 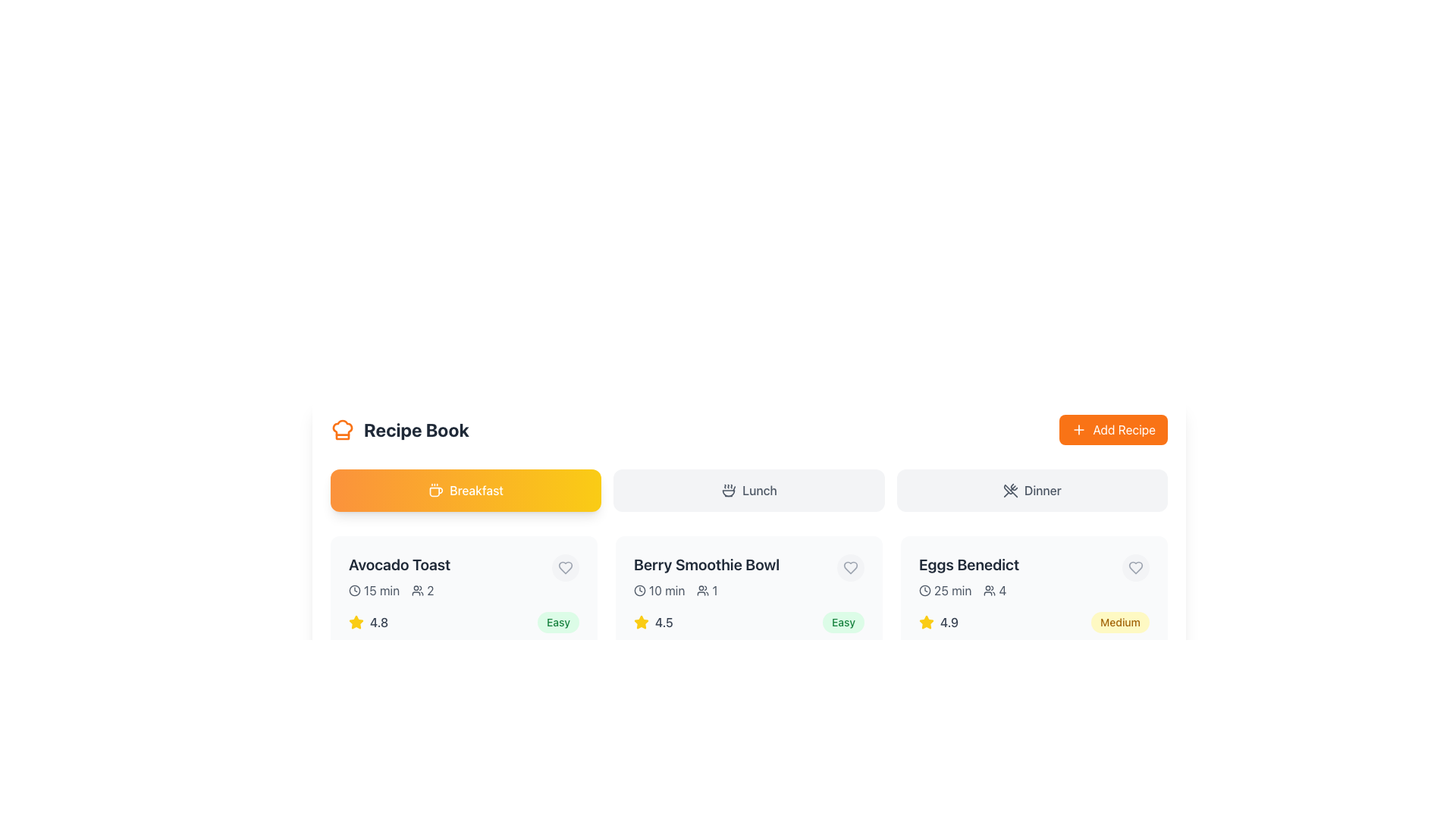 I want to click on the displayed information of the text segment '10 min 1' with light gray font, located within the 'Berry Smoothie Bowl' card, positioned to the left of the star rating and to the right of the card's edge, so click(x=705, y=590).